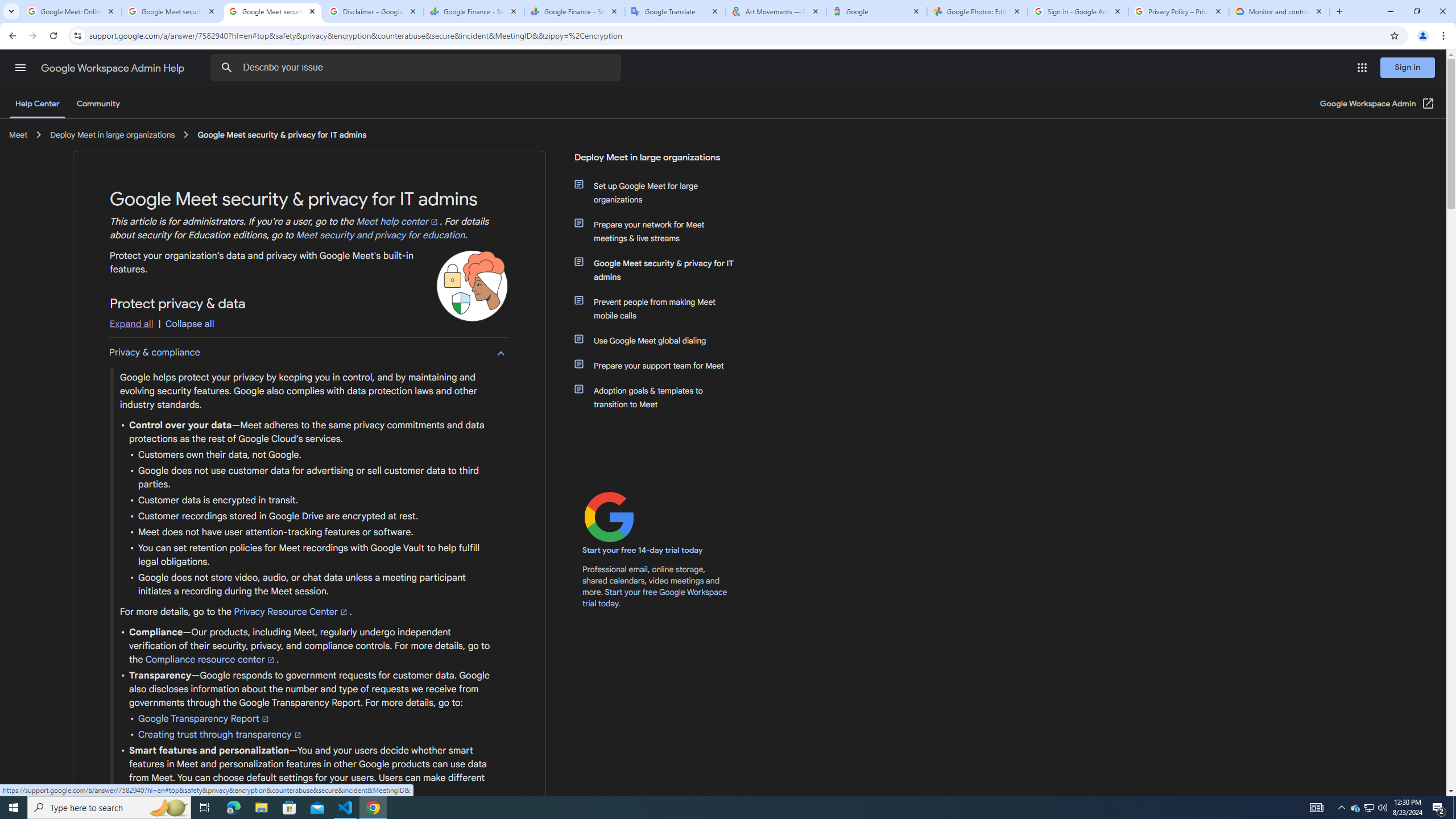 The width and height of the screenshot is (1456, 819). Describe the element at coordinates (661, 270) in the screenshot. I see `'Google Meet security & privacy for IT admins'` at that location.